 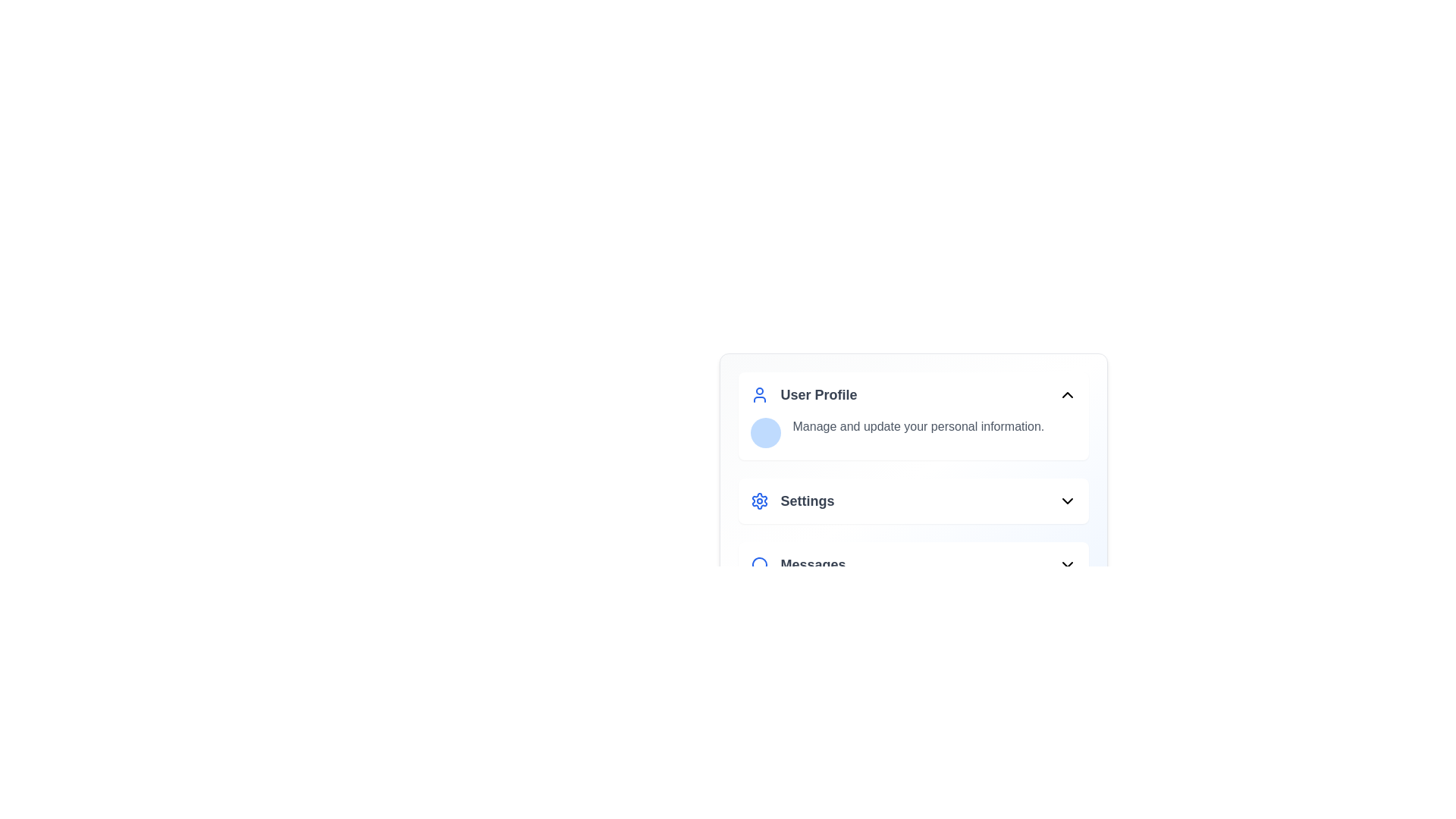 I want to click on the Interactive Section Header, so click(x=912, y=416).